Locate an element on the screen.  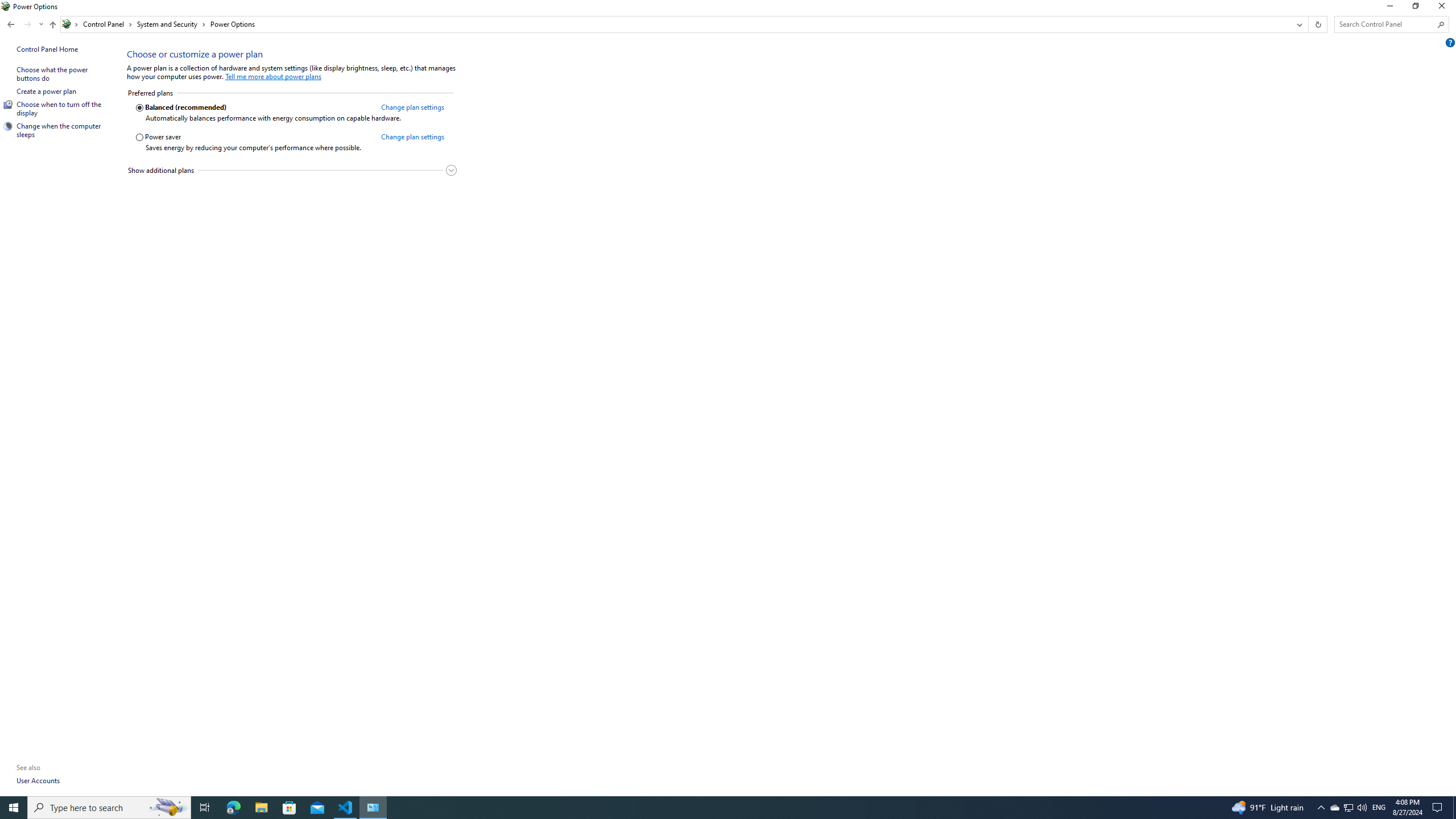
'Search' is located at coordinates (1441, 24).